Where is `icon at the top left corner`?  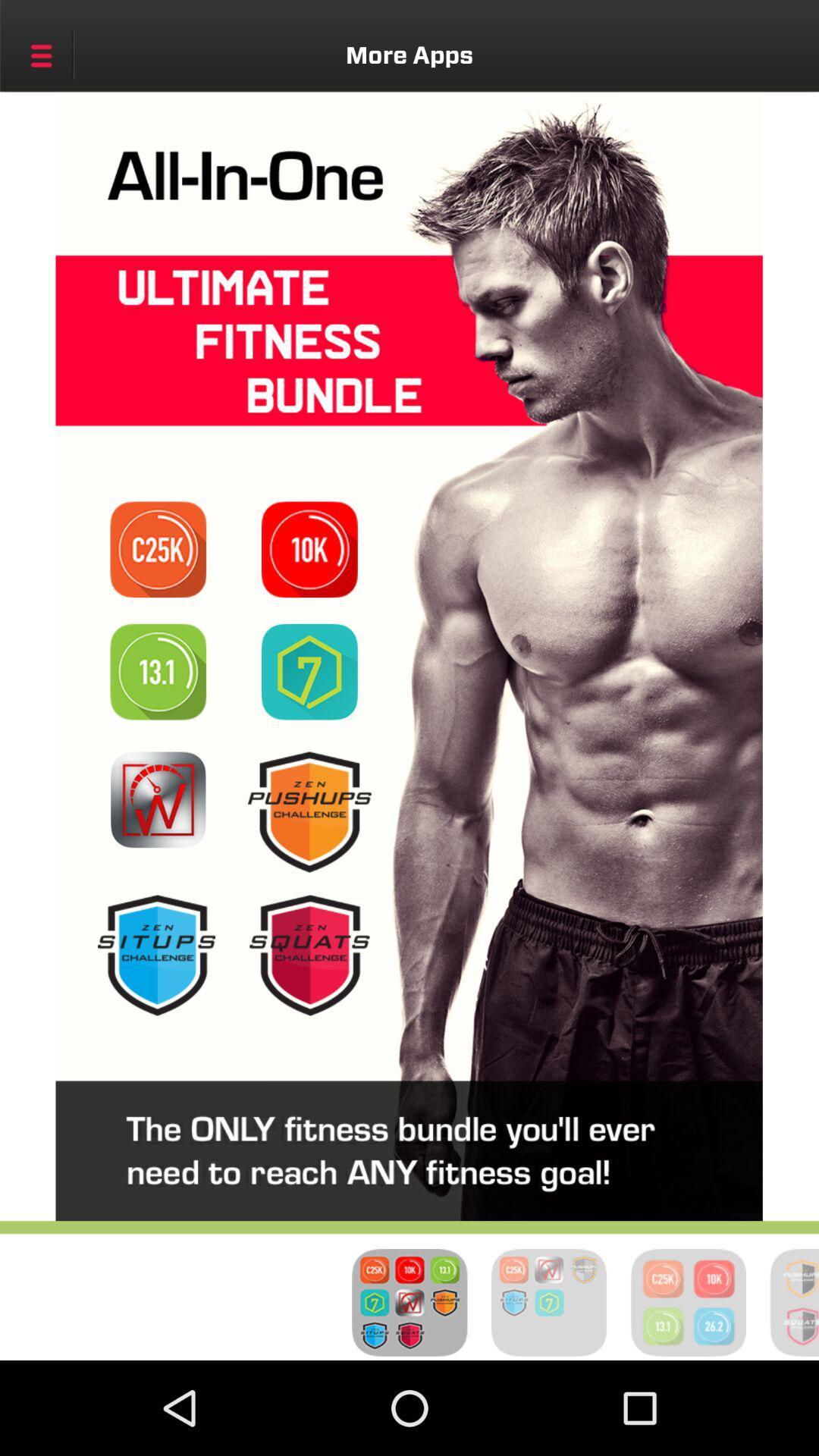
icon at the top left corner is located at coordinates (40, 55).